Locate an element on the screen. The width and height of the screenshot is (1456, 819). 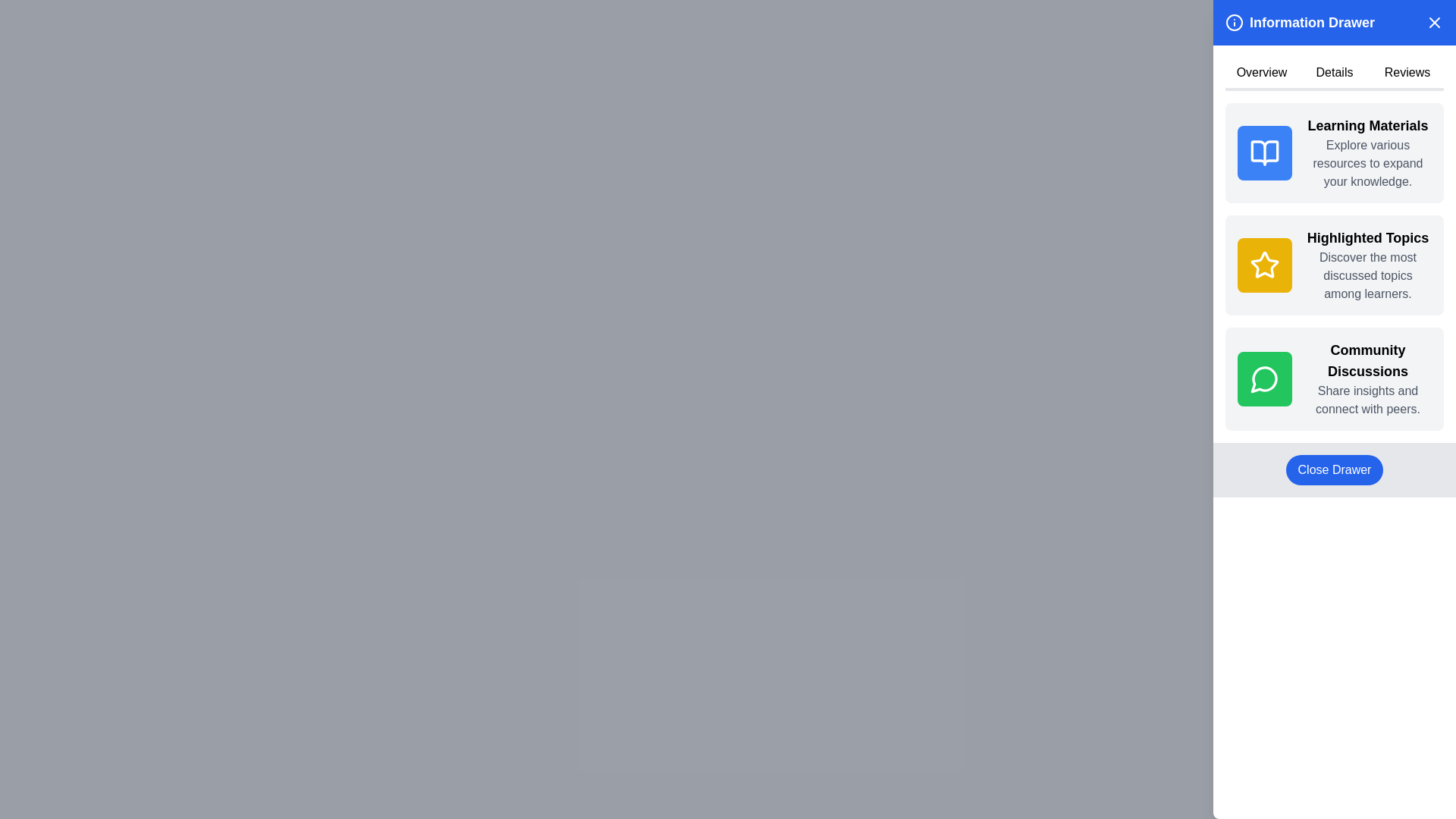
the red 'X' button on the blue header bar is located at coordinates (1433, 23).